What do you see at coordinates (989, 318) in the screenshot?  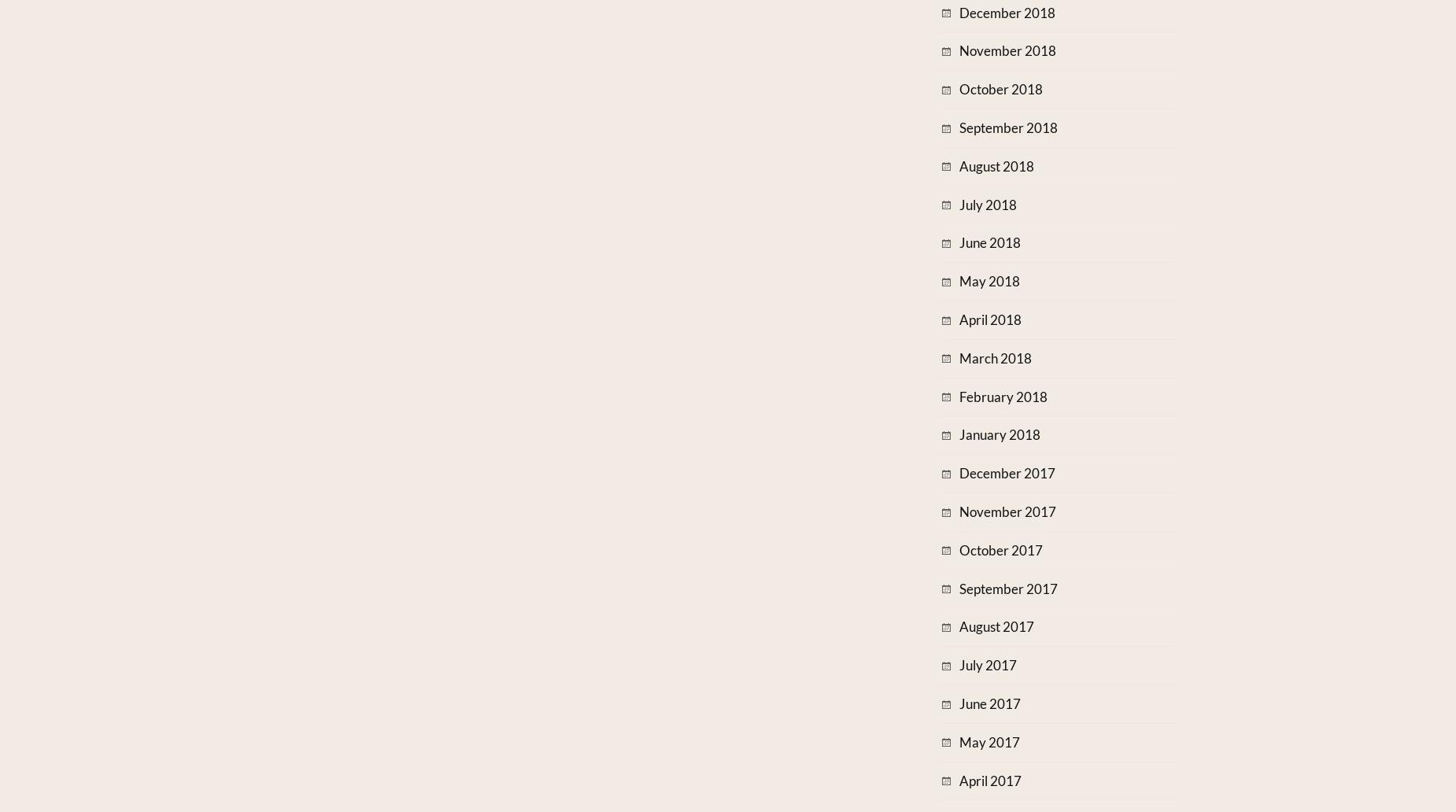 I see `'April 2018'` at bounding box center [989, 318].